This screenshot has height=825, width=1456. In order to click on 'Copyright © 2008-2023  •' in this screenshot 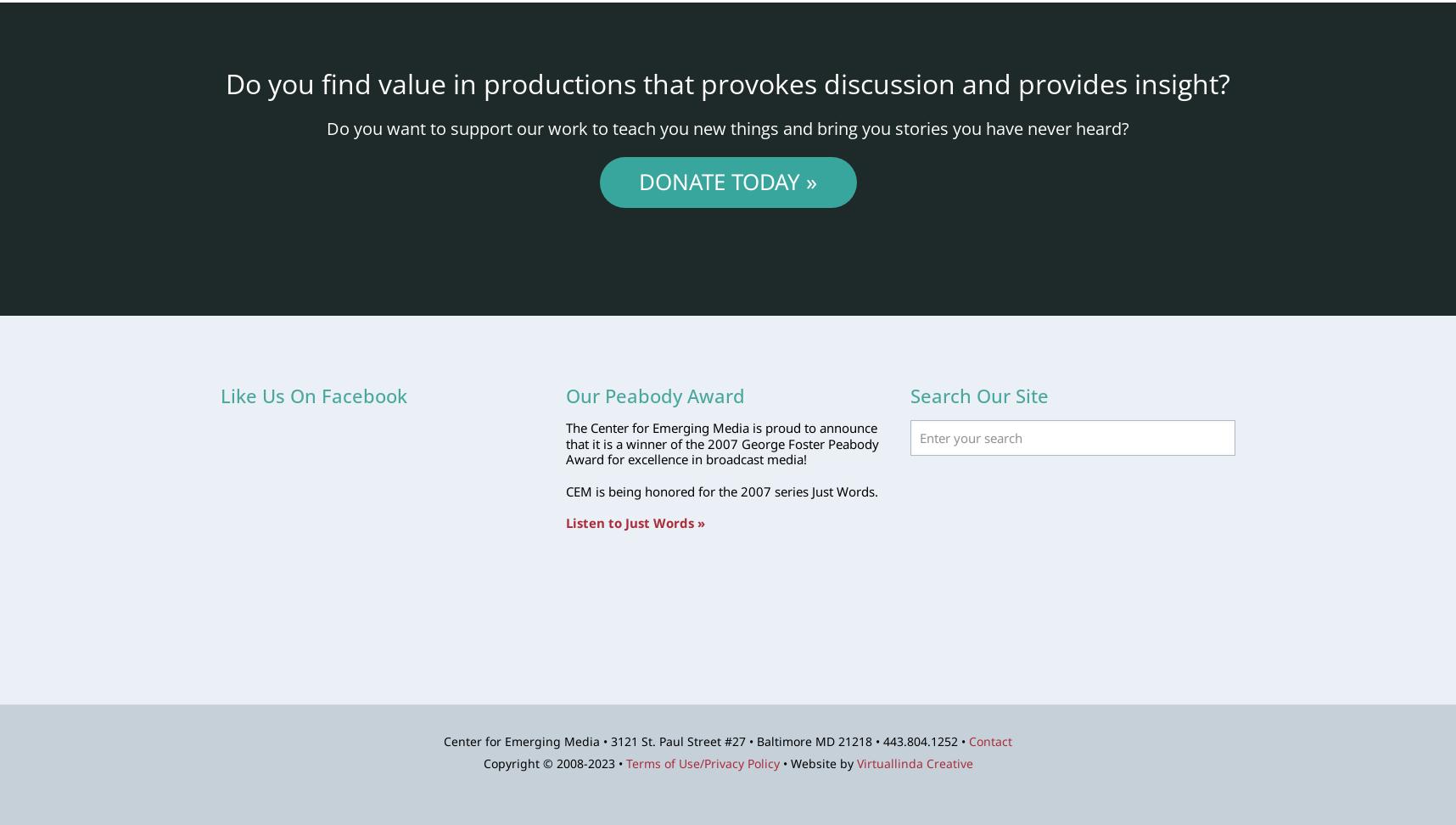, I will do `click(483, 762)`.